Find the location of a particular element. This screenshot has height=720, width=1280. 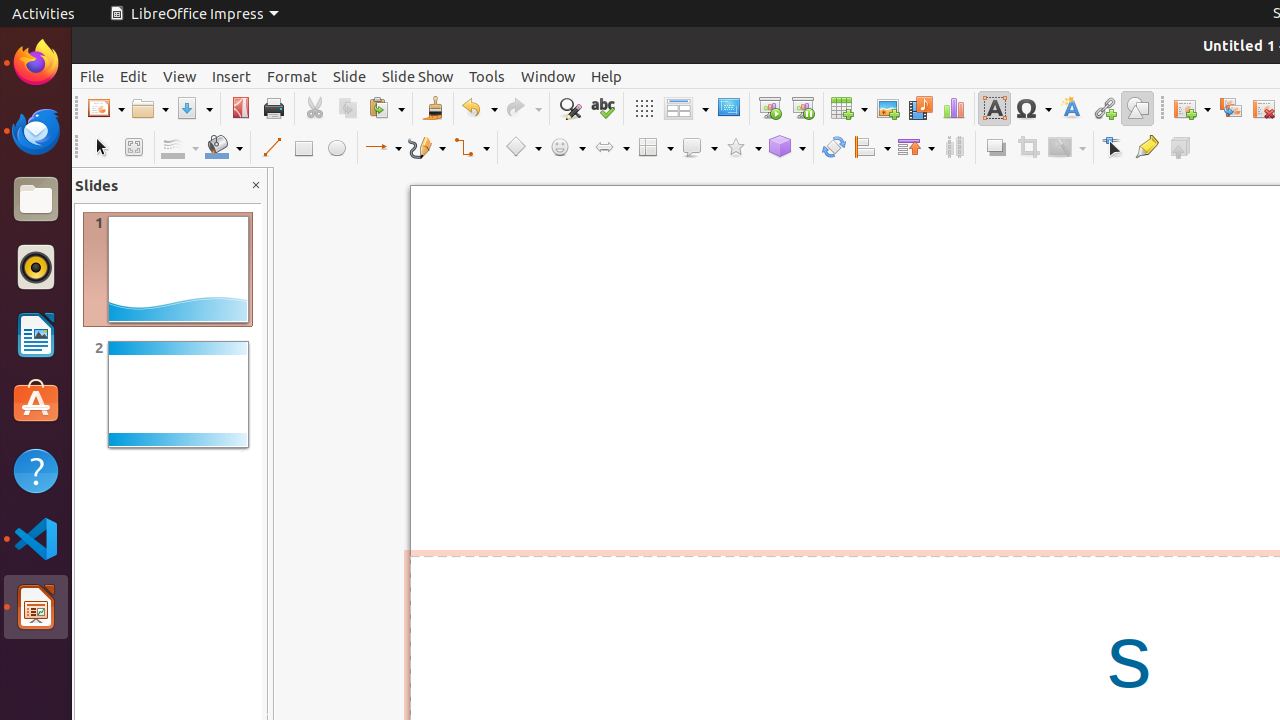

'Connectors' is located at coordinates (470, 146).